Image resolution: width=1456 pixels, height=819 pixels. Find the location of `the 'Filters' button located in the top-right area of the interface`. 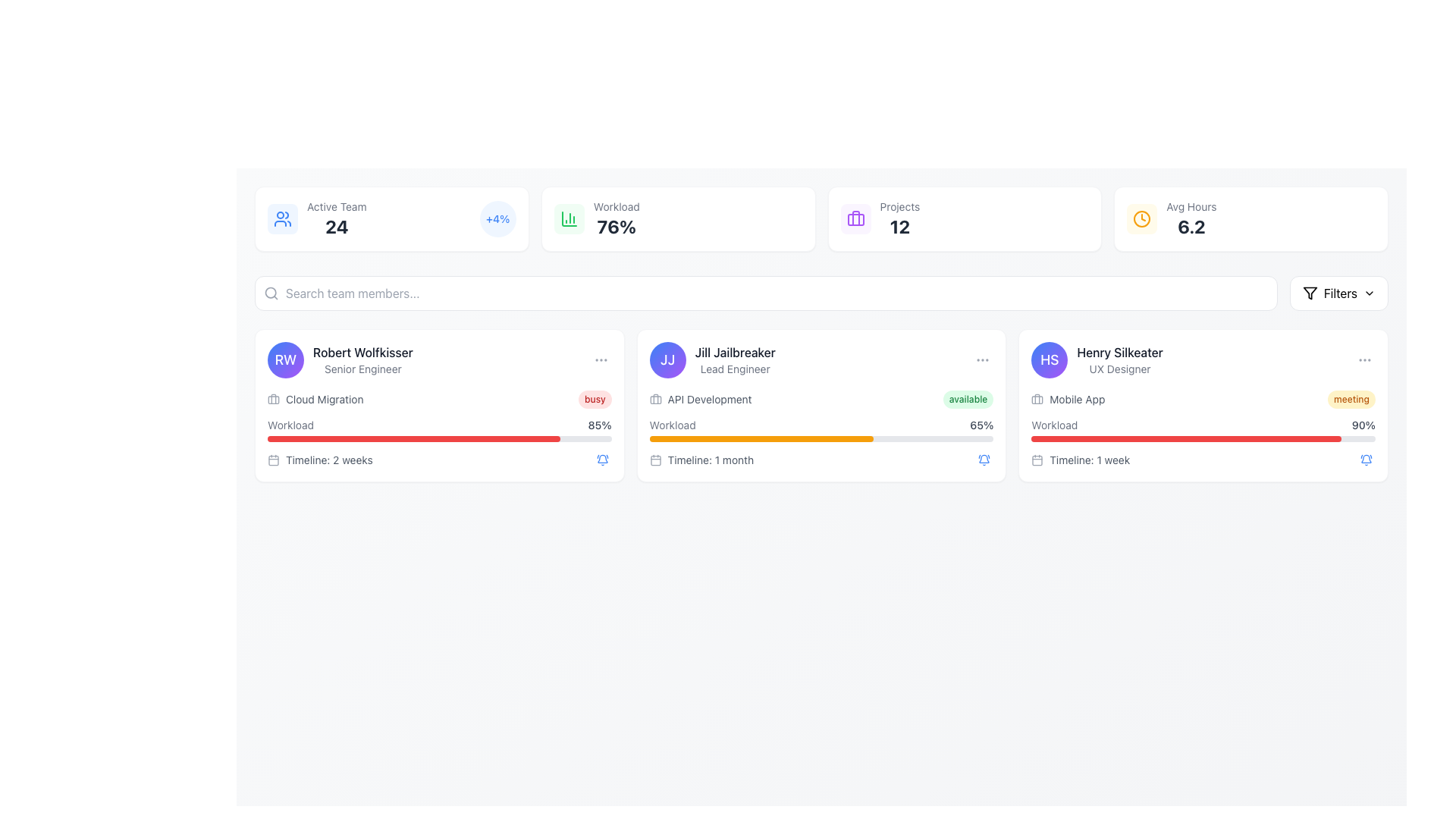

the 'Filters' button located in the top-right area of the interface is located at coordinates (1339, 293).